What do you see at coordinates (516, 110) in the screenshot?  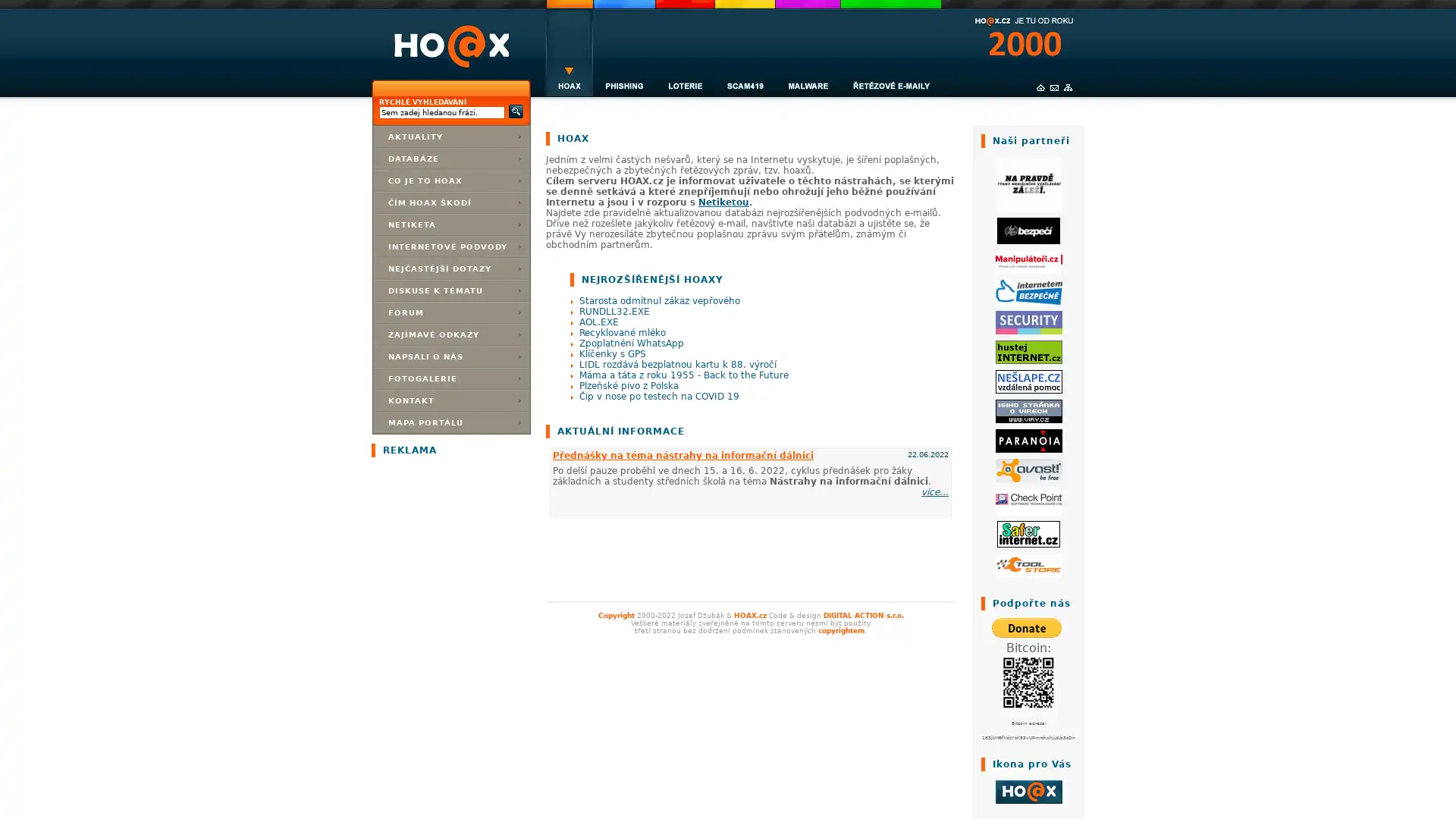 I see `Submit` at bounding box center [516, 110].